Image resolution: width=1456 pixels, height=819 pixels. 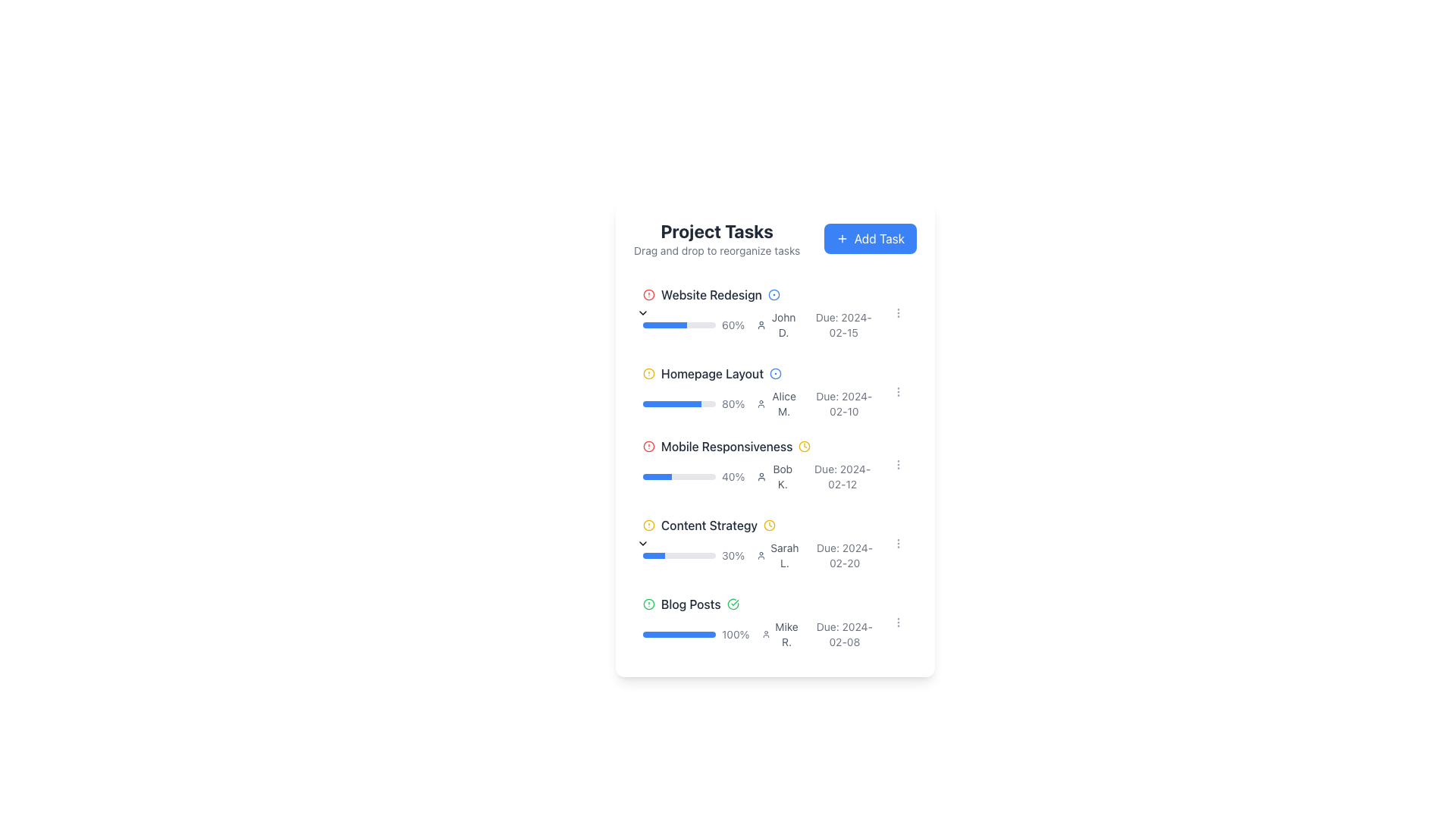 I want to click on the user icon associated with the task 'Mobile Responsiveness', which is positioned to the immediate left of the text 'Bob K.' in the task list, so click(x=761, y=475).